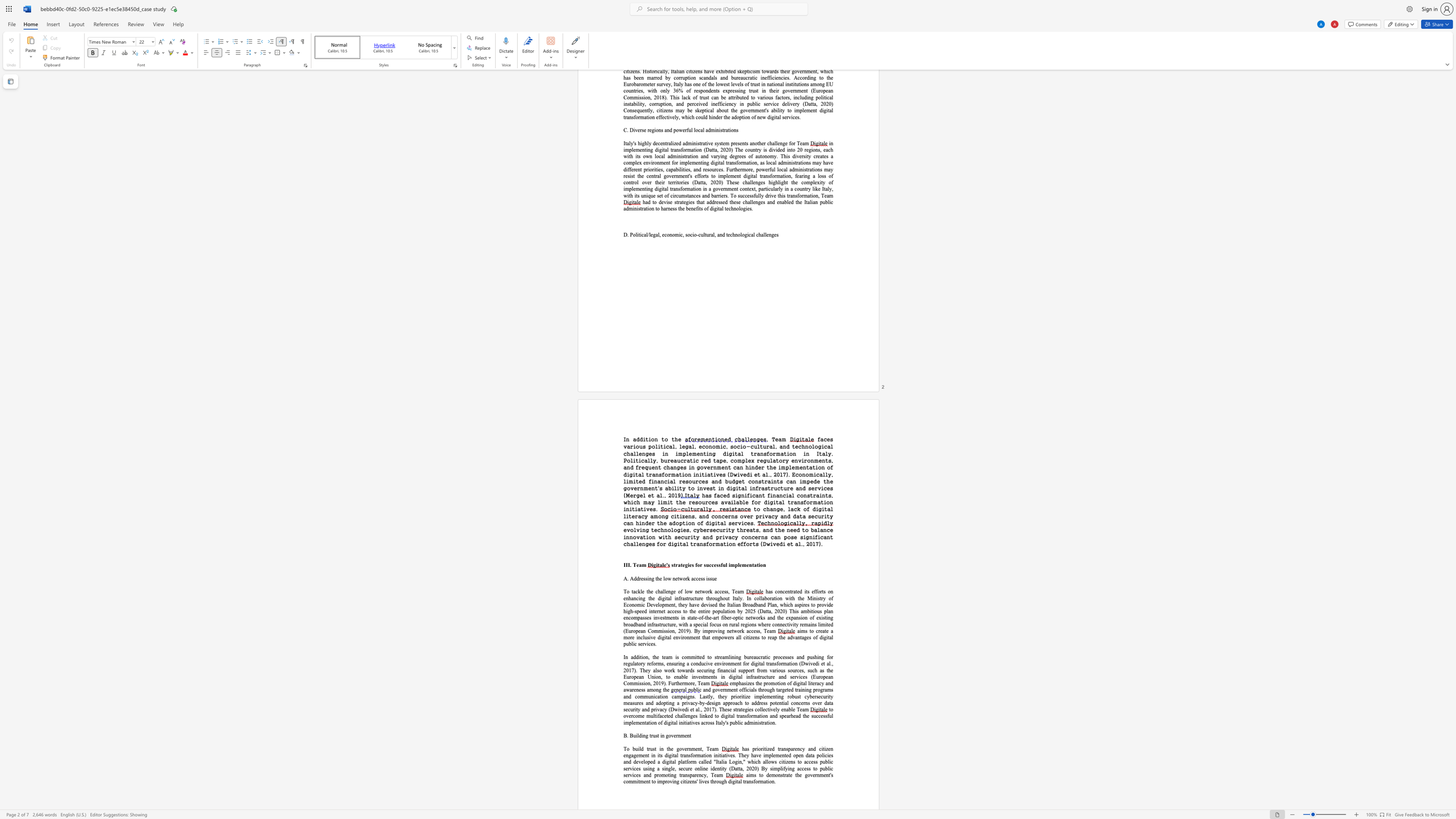  What do you see at coordinates (662, 598) in the screenshot?
I see `the subset text "gital infrastructure throughout Italy. In collaboration with the Ministry of Economic Development, they have devised the Italian Broadband Plan, which aspires to provide high-speed internet access to the entire population by 2025" within the text "has concentrated its efforts on enhancing the digital infrastructure throughout Italy. In collaboration with the Ministry of Economic Development, they have devised the Italian Broadband Plan, which aspires to provide high-speed internet access to the entire population by 2025 (Datta, 2020) This ambitious plan encompasses investments in state-of-the-art fiber-optic networks and the expansion of existing broadband infrastructure, with a special foc"` at bounding box center [662, 598].